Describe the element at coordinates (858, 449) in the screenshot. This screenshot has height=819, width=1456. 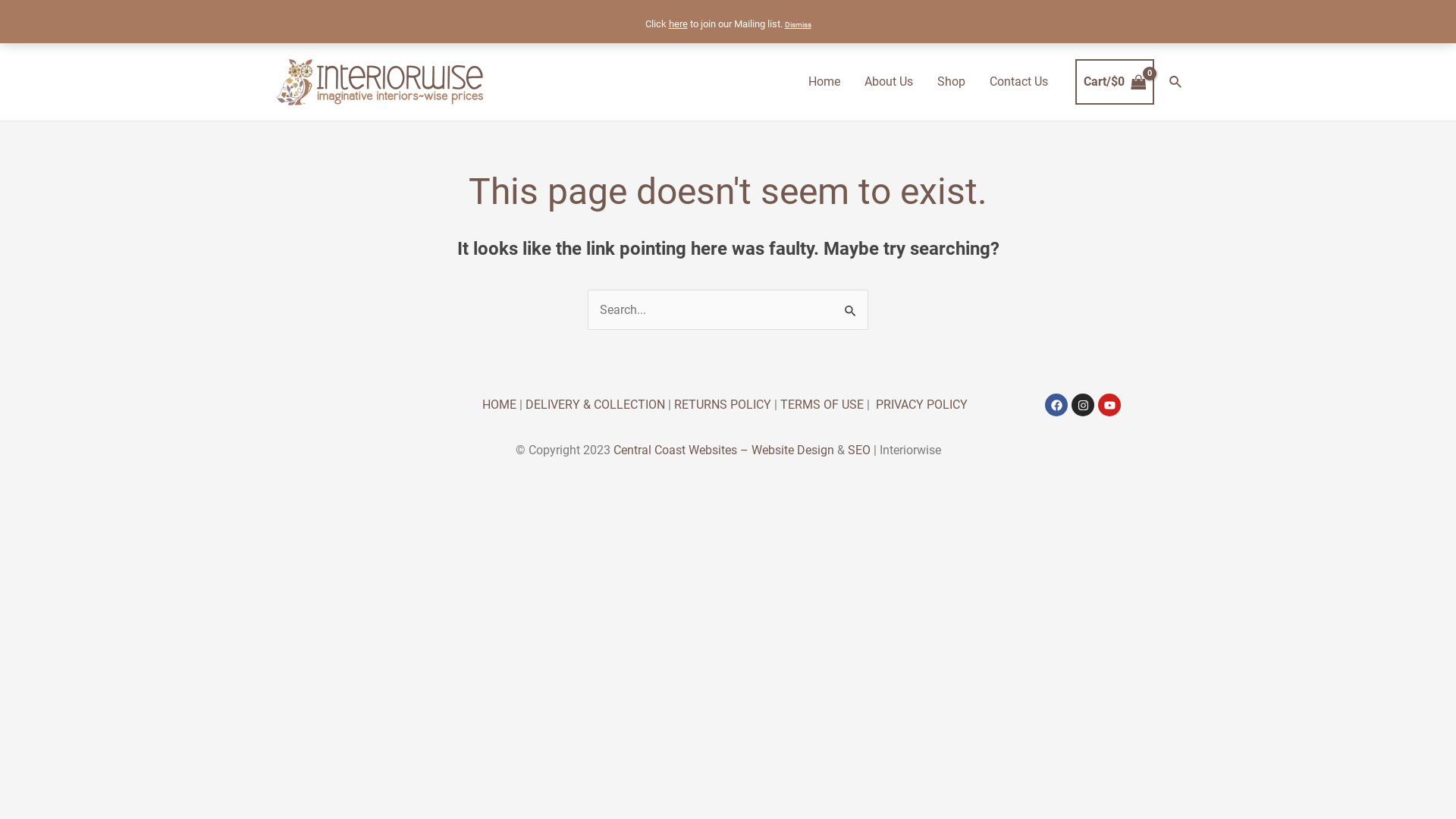
I see `'SEO'` at that location.